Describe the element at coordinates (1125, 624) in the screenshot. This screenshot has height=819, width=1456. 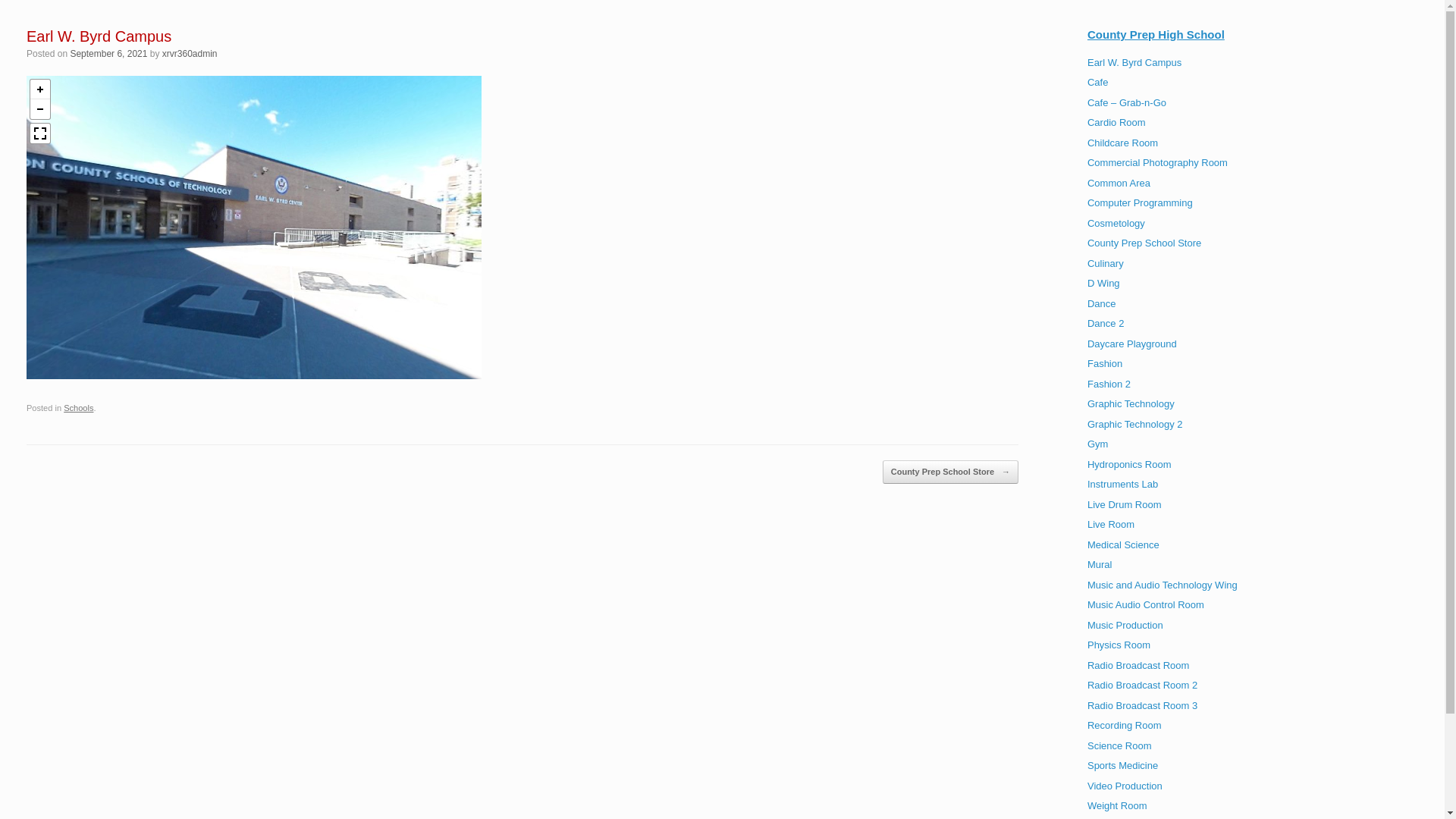
I see `'Music Production'` at that location.